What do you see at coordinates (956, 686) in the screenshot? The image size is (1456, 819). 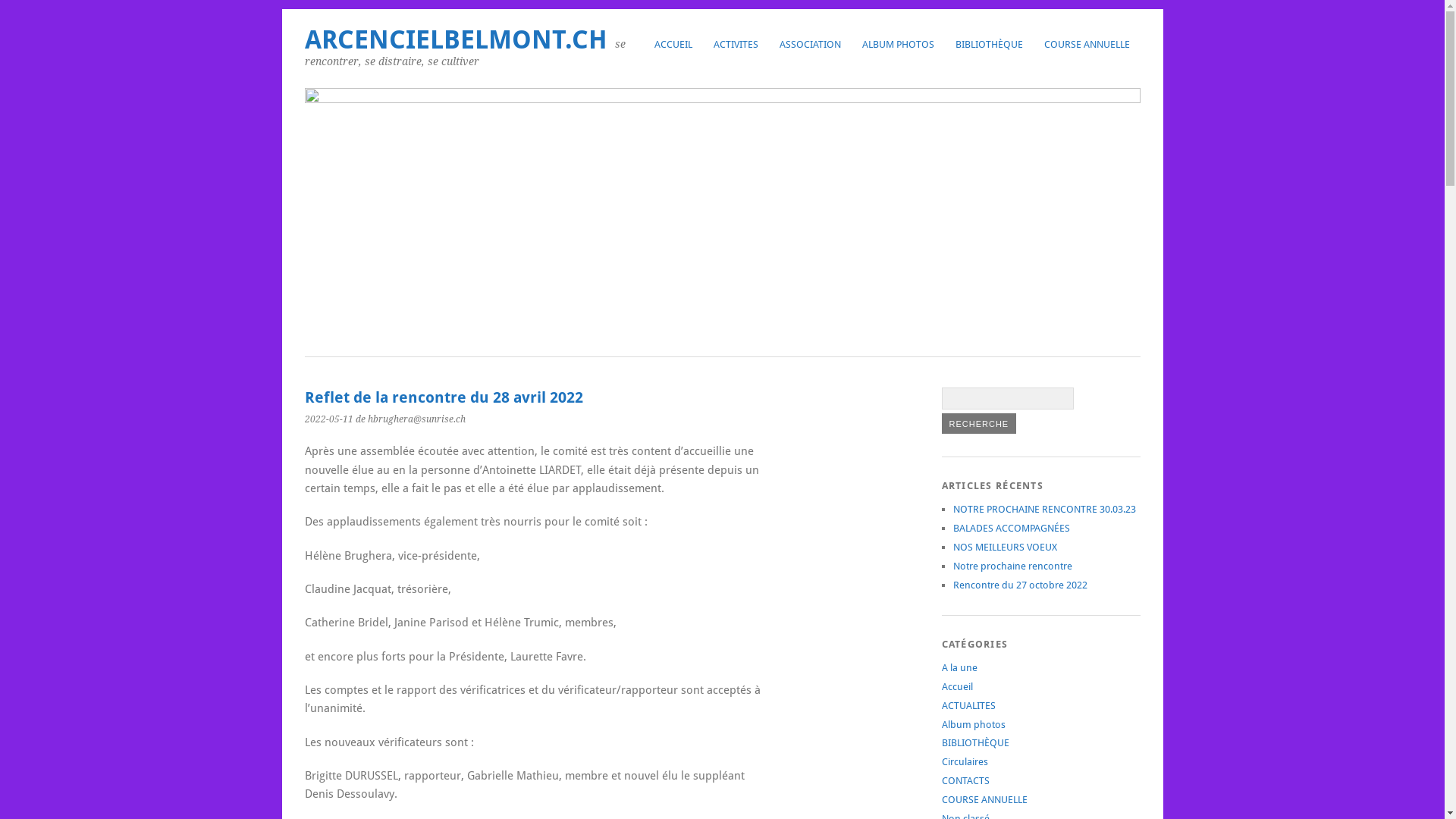 I see `'Accueil'` at bounding box center [956, 686].